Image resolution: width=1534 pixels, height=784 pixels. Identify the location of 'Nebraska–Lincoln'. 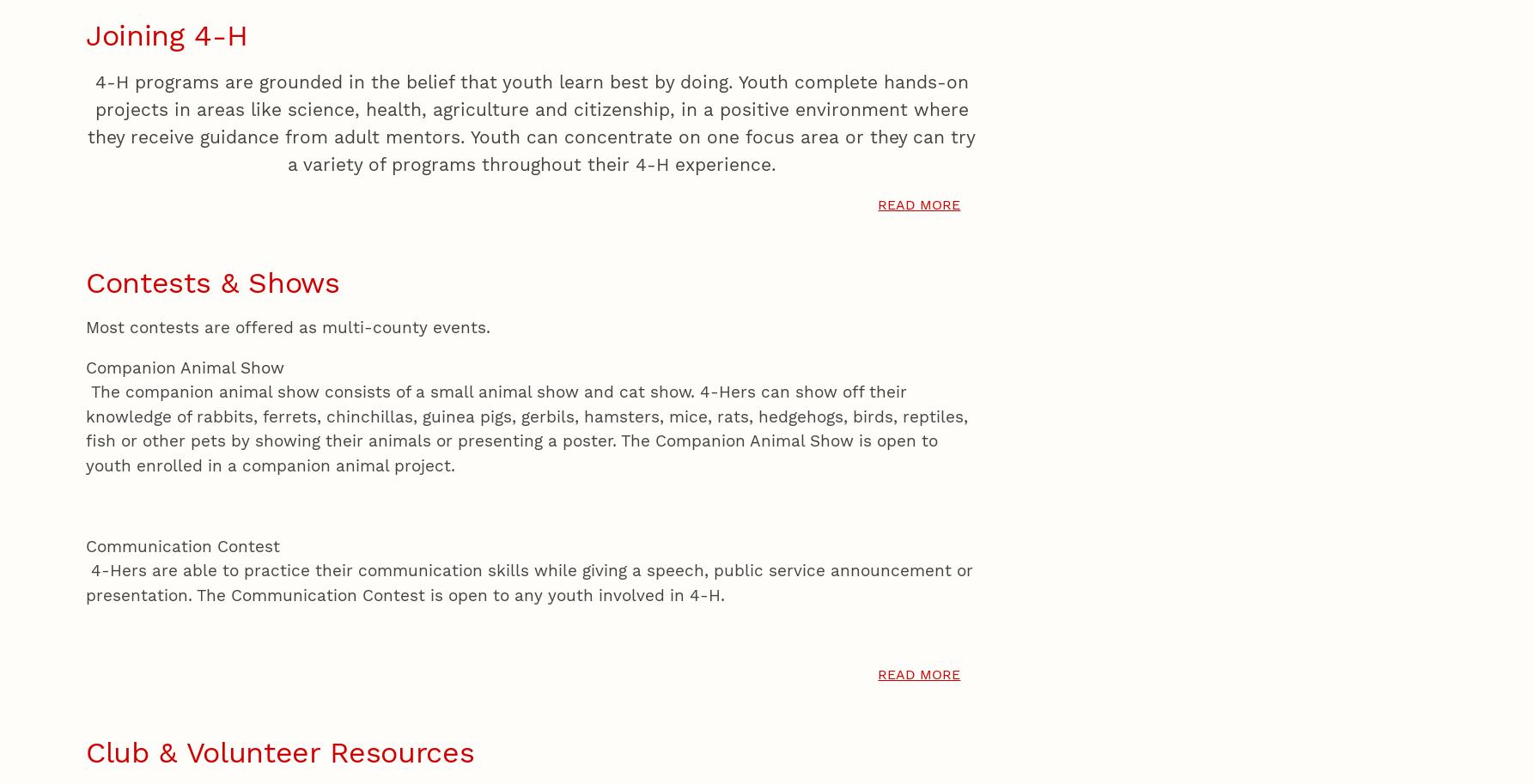
(277, 160).